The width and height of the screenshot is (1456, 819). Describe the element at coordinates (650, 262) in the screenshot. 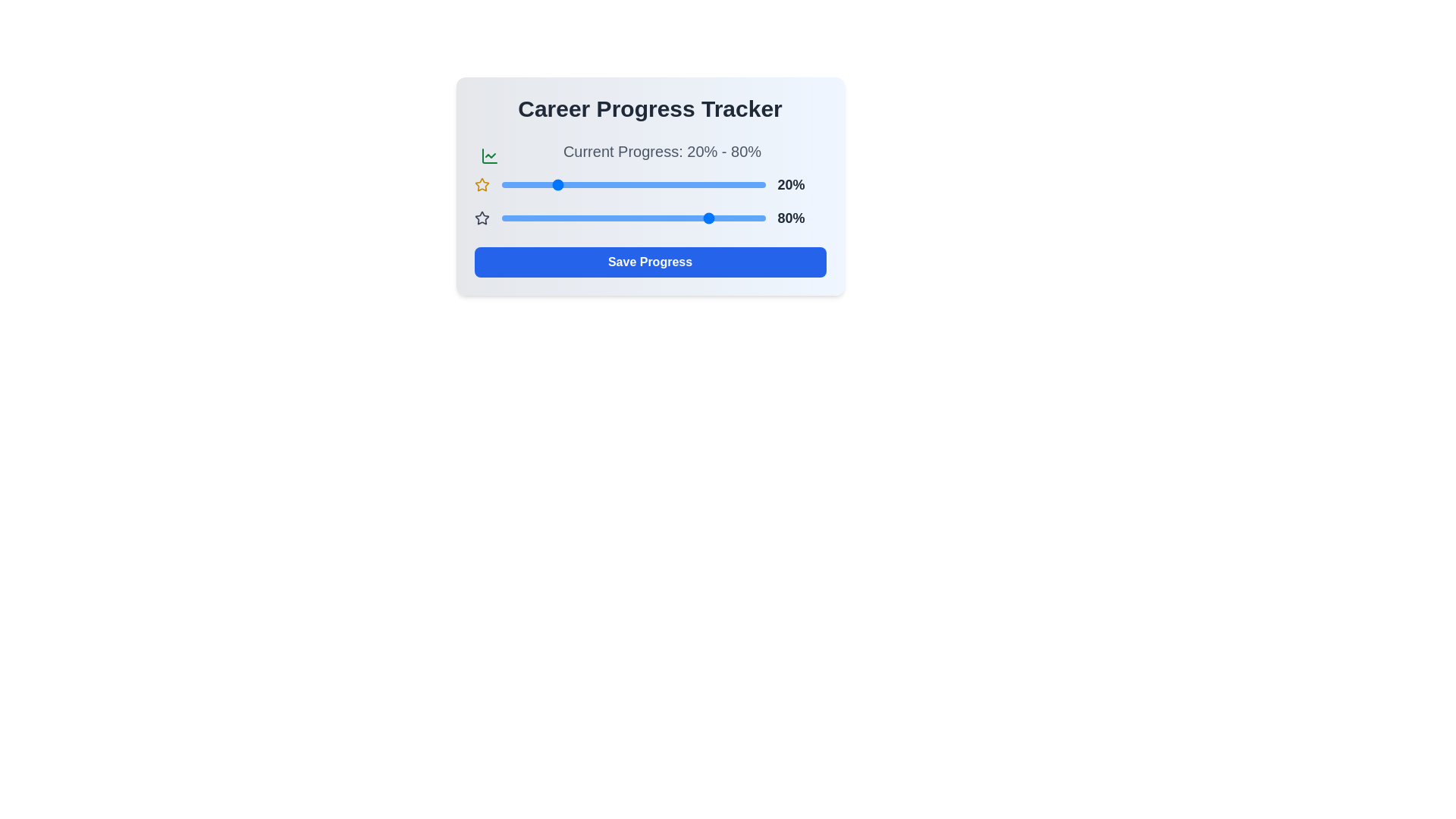

I see `'Save Progress' button to save the current progress` at that location.